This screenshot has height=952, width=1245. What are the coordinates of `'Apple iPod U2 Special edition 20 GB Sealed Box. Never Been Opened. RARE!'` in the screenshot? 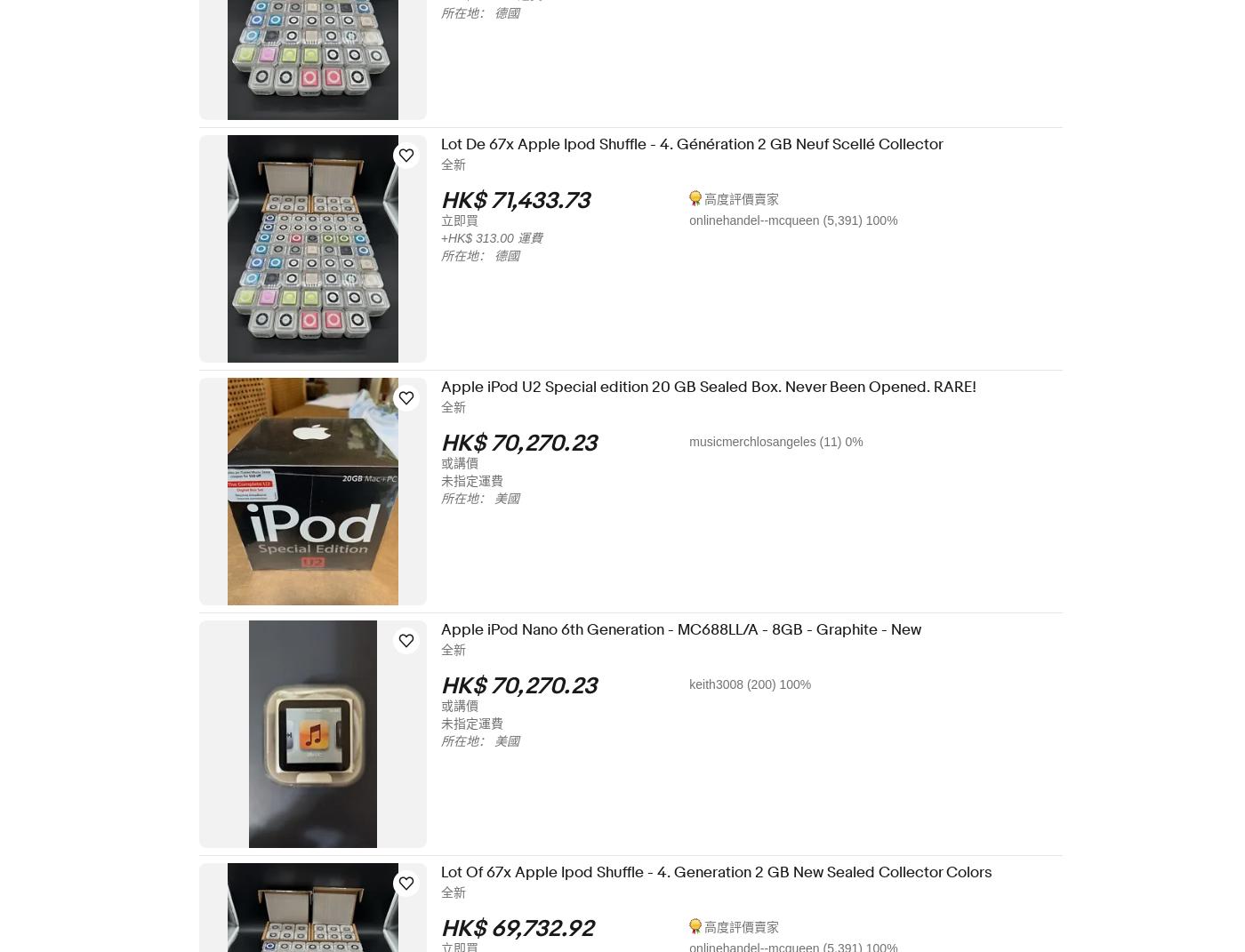 It's located at (720, 387).